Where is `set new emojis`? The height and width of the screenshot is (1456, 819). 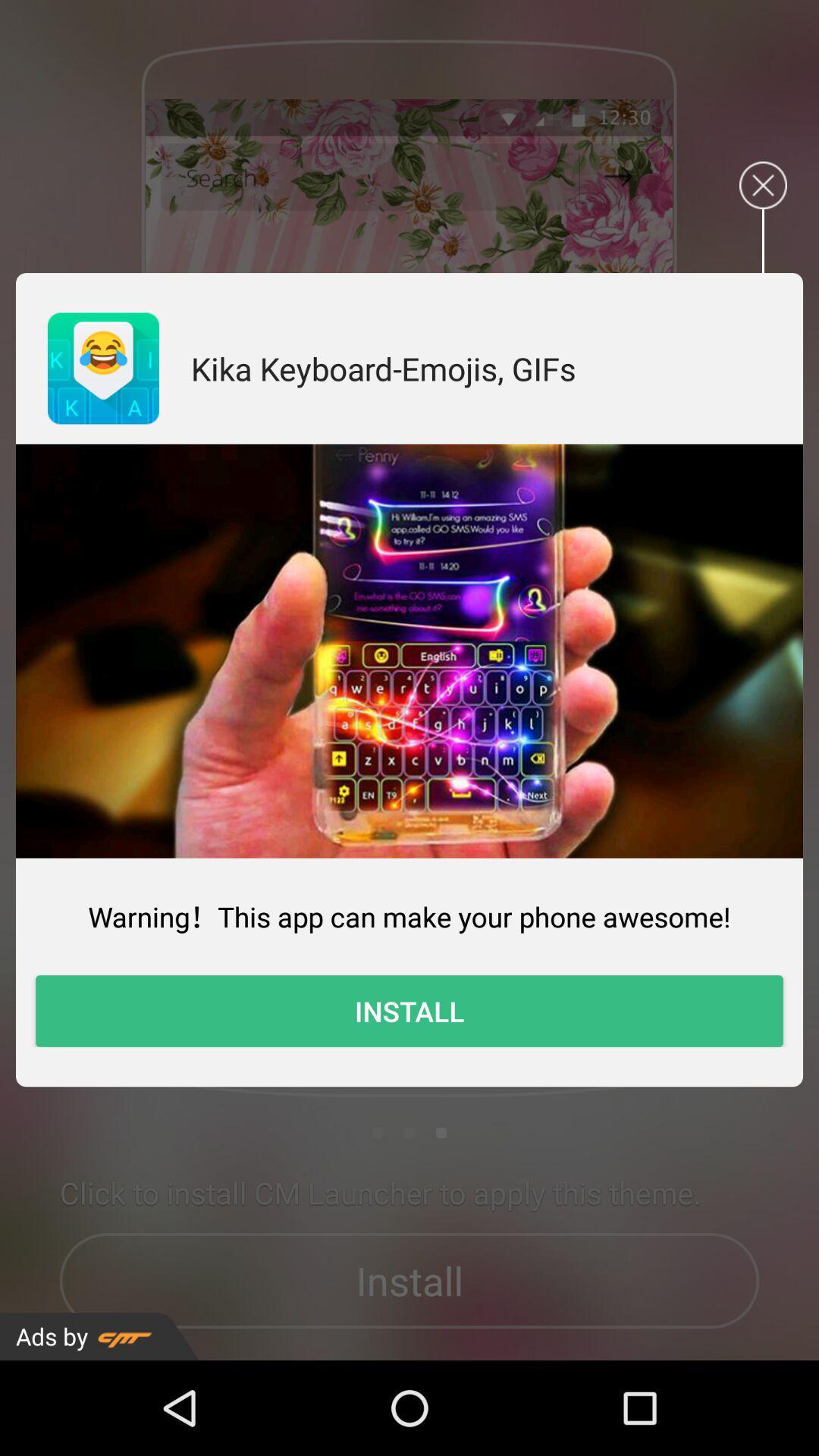 set new emojis is located at coordinates (409, 651).